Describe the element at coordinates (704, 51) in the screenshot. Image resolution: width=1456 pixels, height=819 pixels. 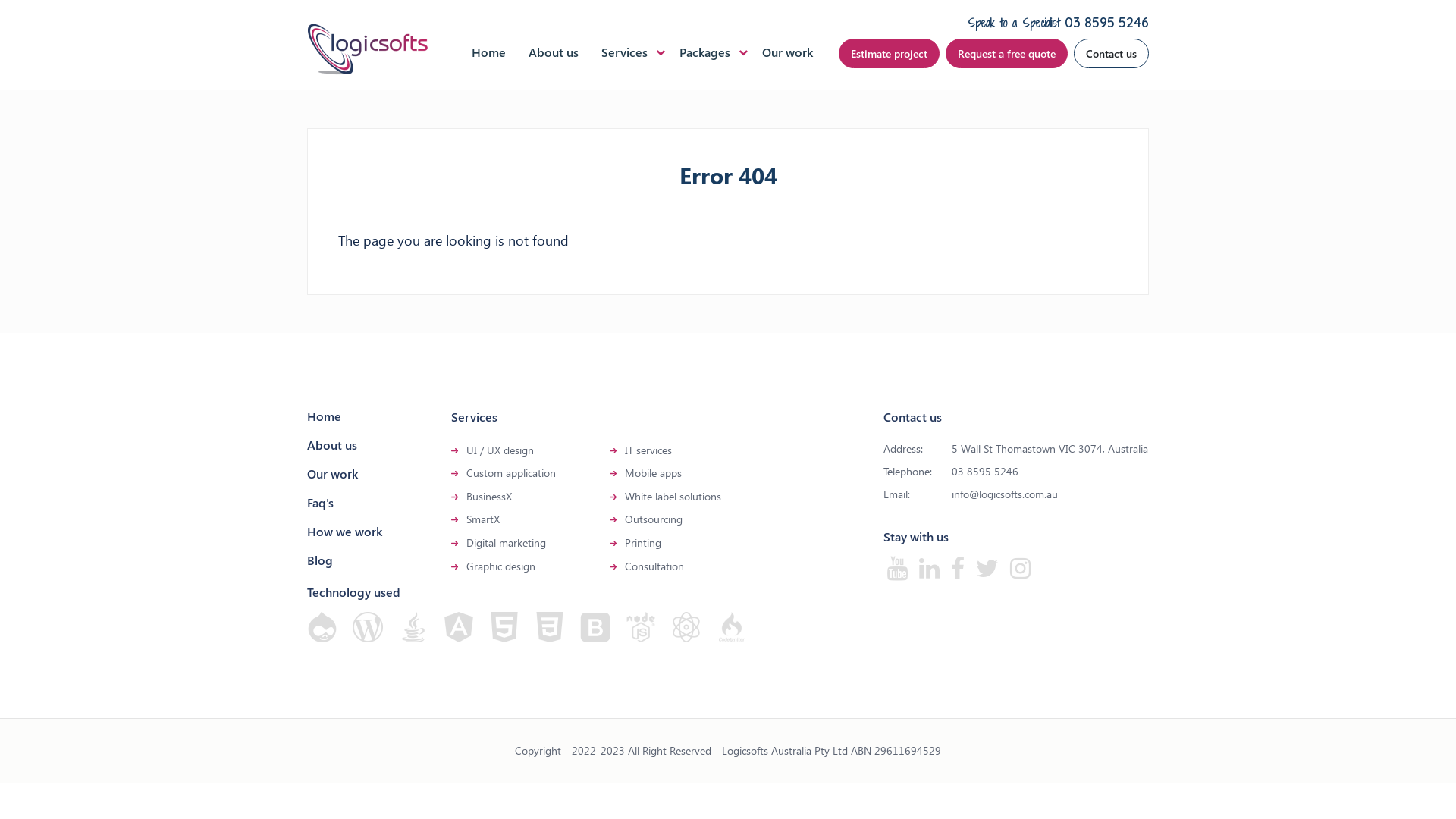
I see `'Packages'` at that location.